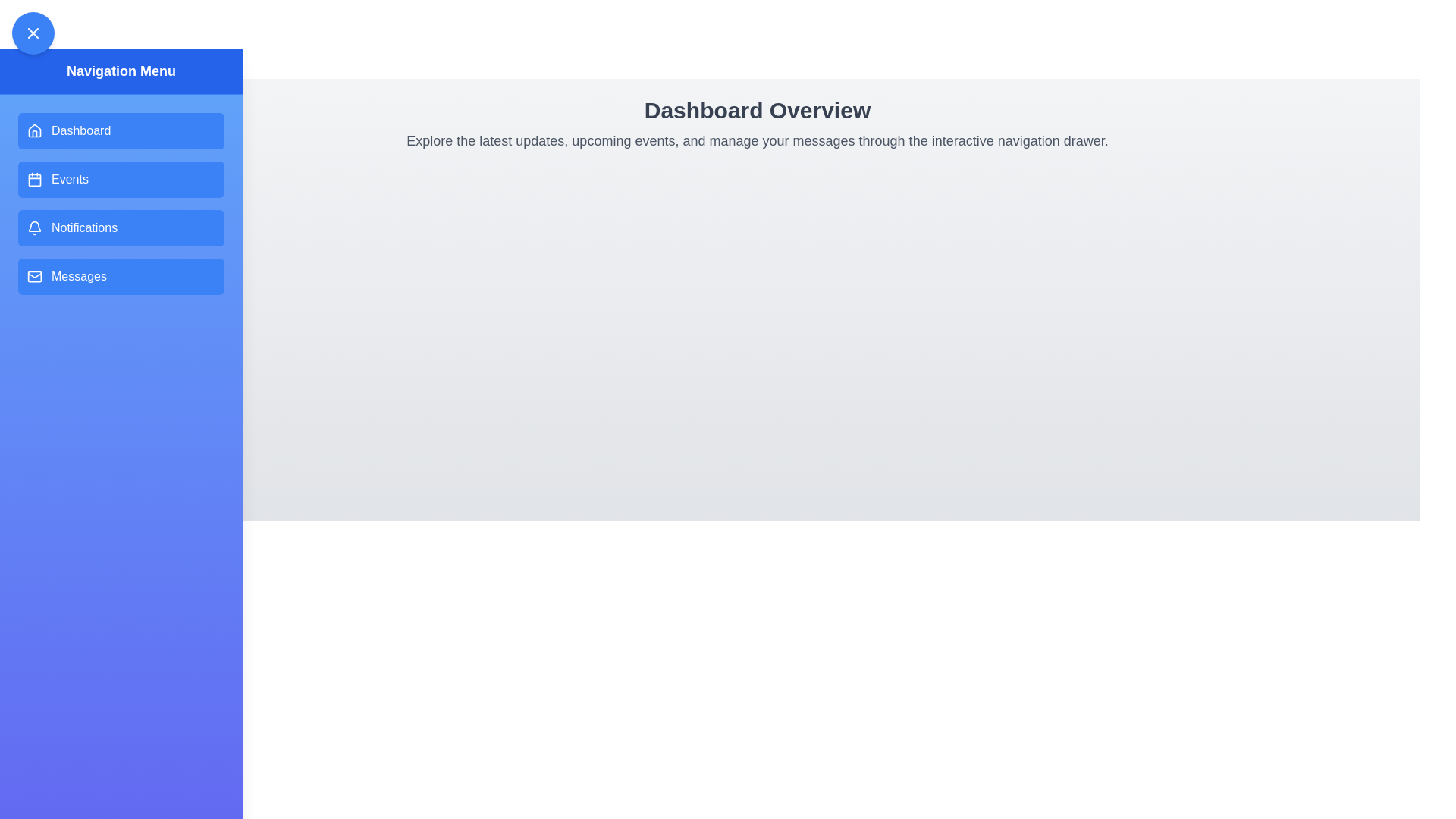 The image size is (1456, 819). I want to click on the navigation menu item Dashboard, so click(120, 130).